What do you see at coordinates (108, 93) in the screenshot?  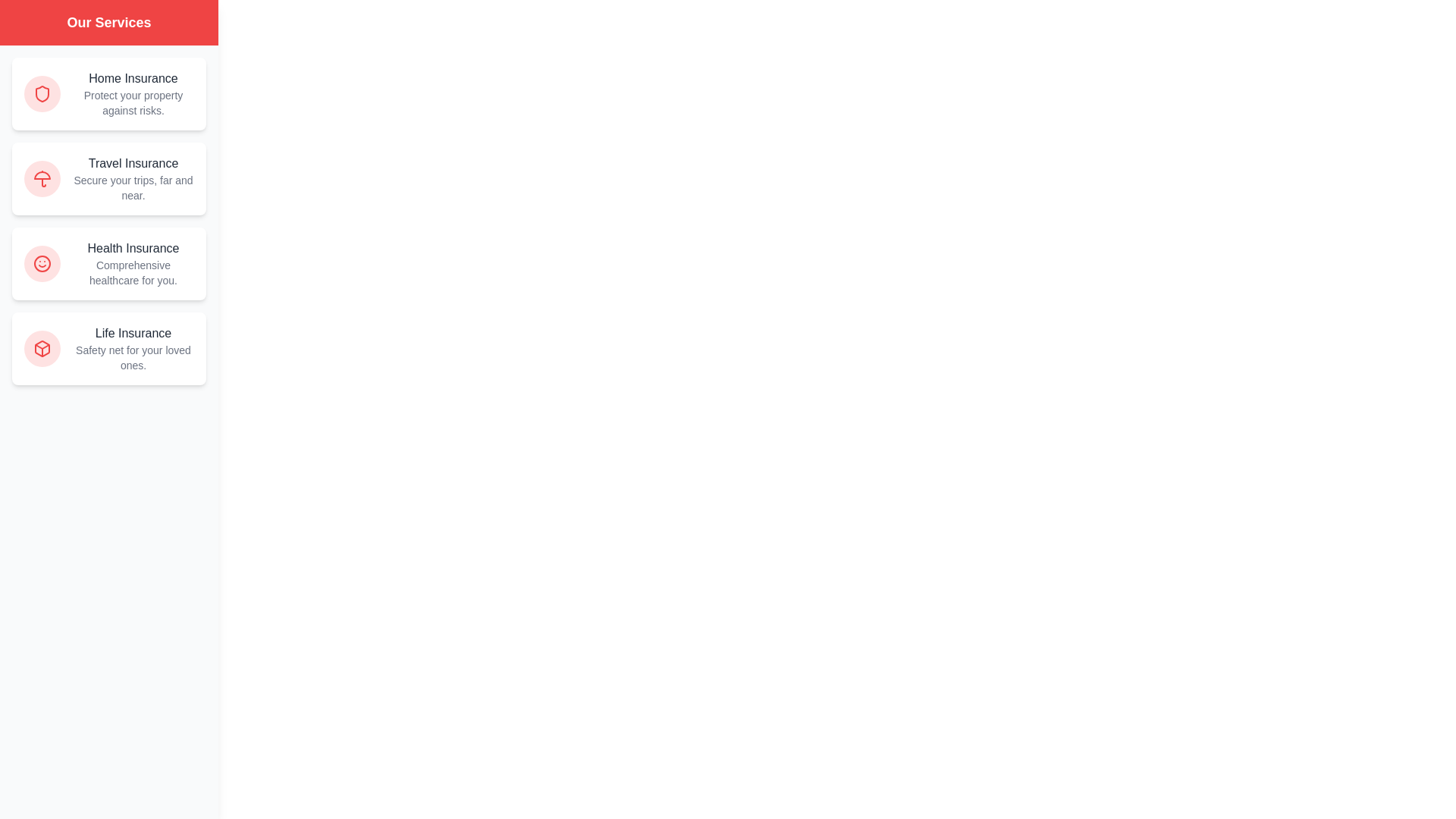 I see `the Home Insurance service card to interact with it` at bounding box center [108, 93].